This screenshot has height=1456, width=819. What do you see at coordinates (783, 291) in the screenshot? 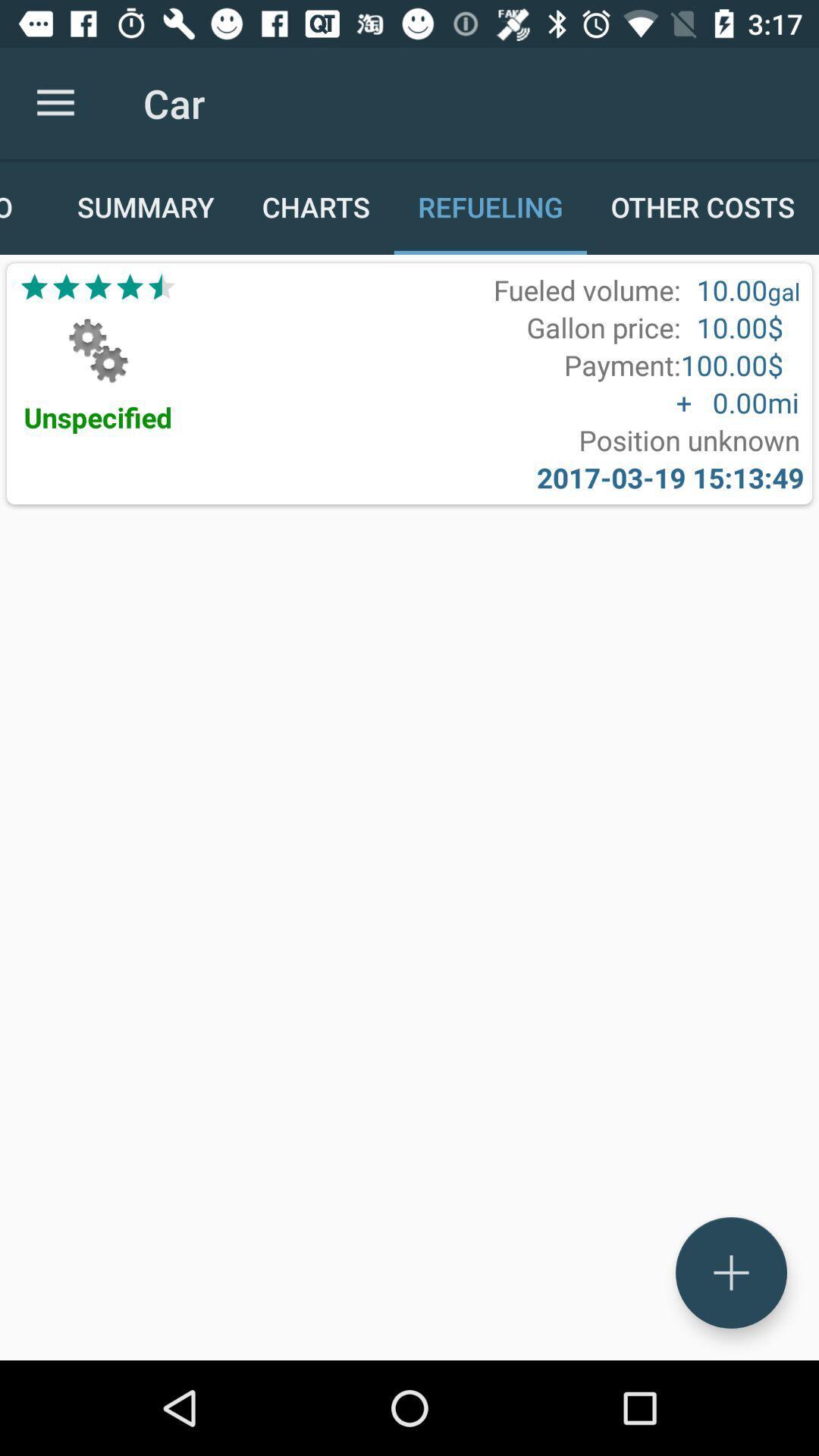
I see `icon next to  10.00 item` at bounding box center [783, 291].